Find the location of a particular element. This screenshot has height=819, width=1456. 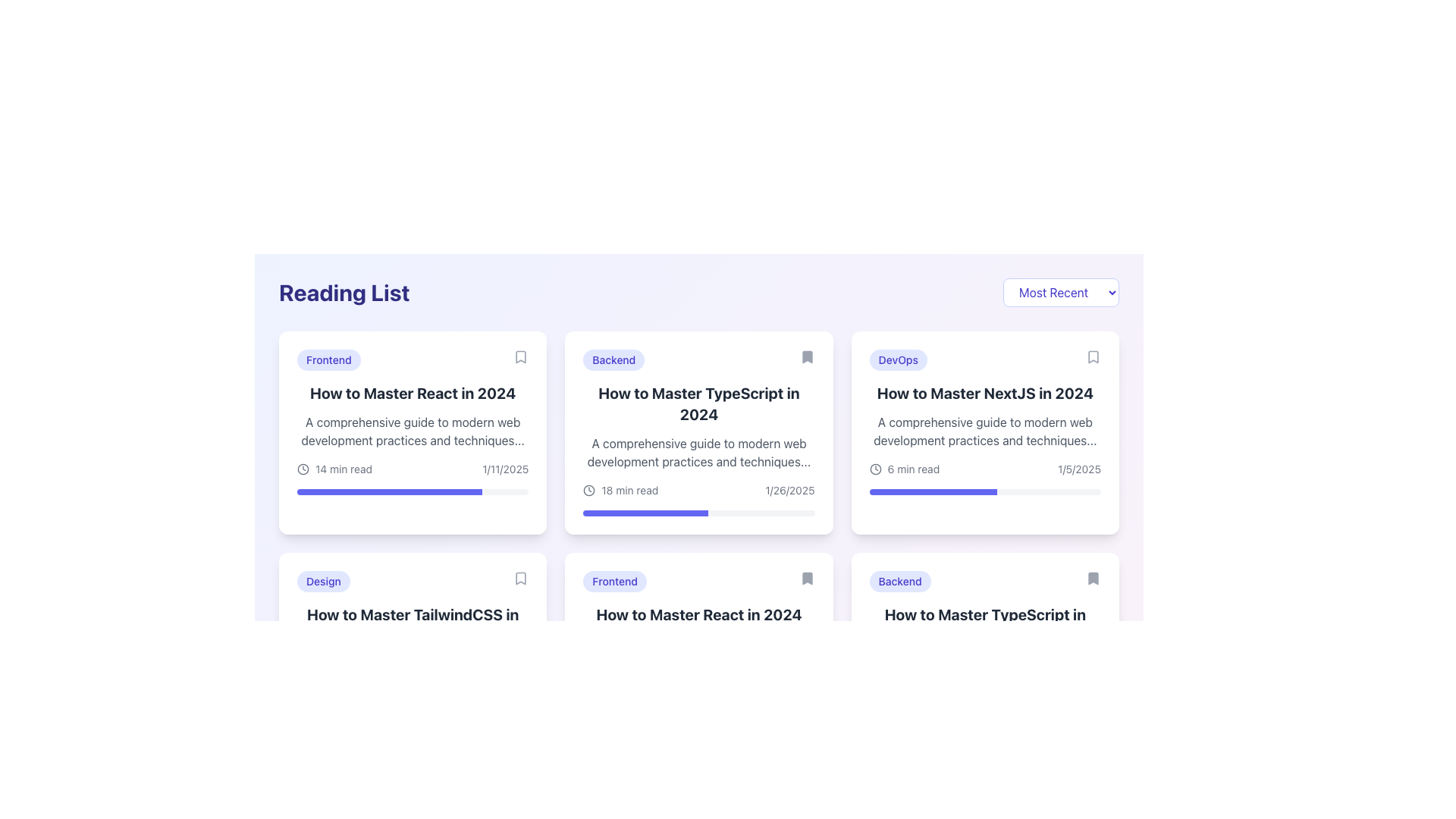

estimated reading time displayed on the Text Label for the article 'How to Master React in 2024', located under the main title of the card in the 'Reading List' section is located at coordinates (343, 468).